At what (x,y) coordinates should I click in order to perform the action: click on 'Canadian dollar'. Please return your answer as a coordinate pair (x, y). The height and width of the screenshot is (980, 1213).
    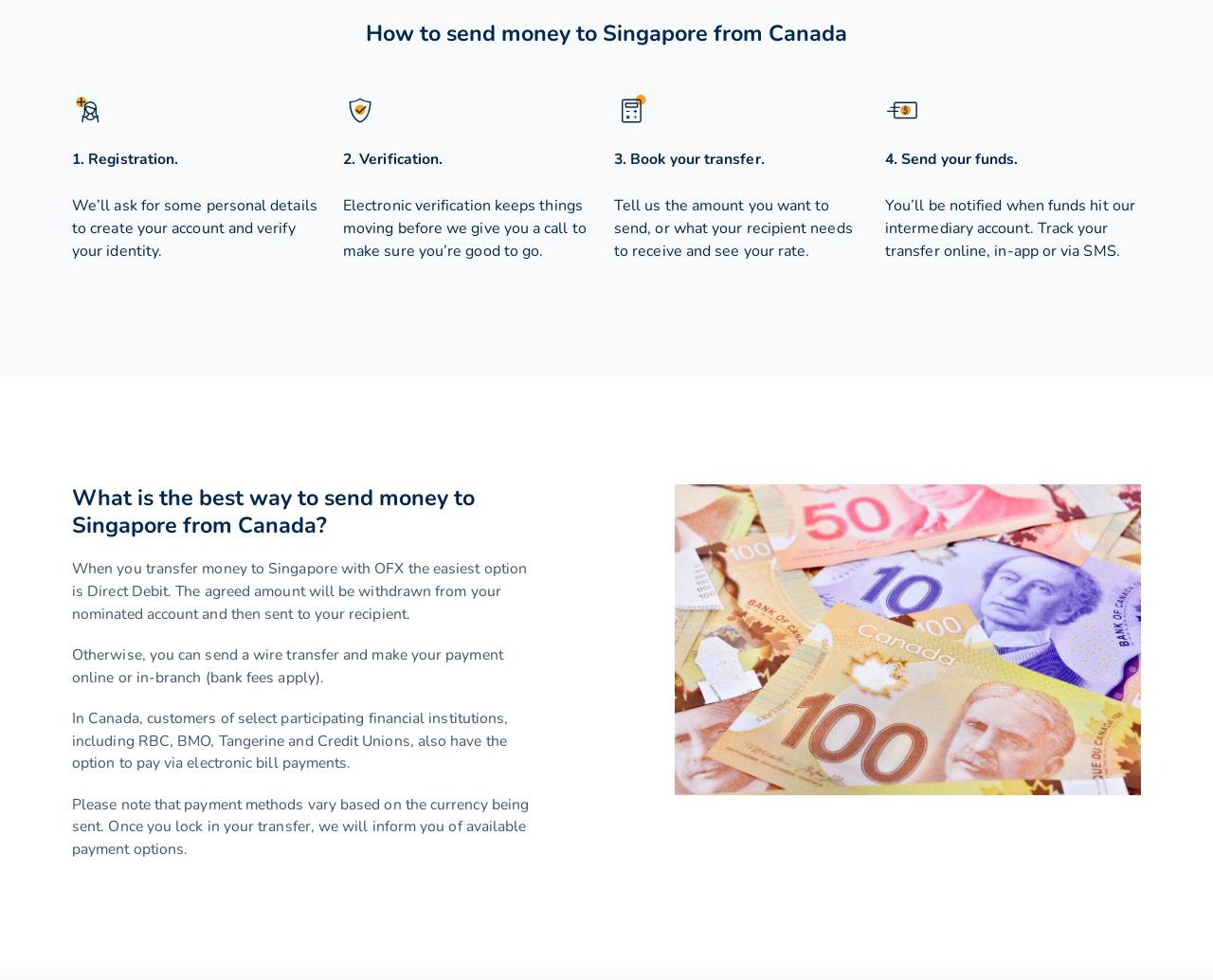
    Looking at the image, I should click on (458, 523).